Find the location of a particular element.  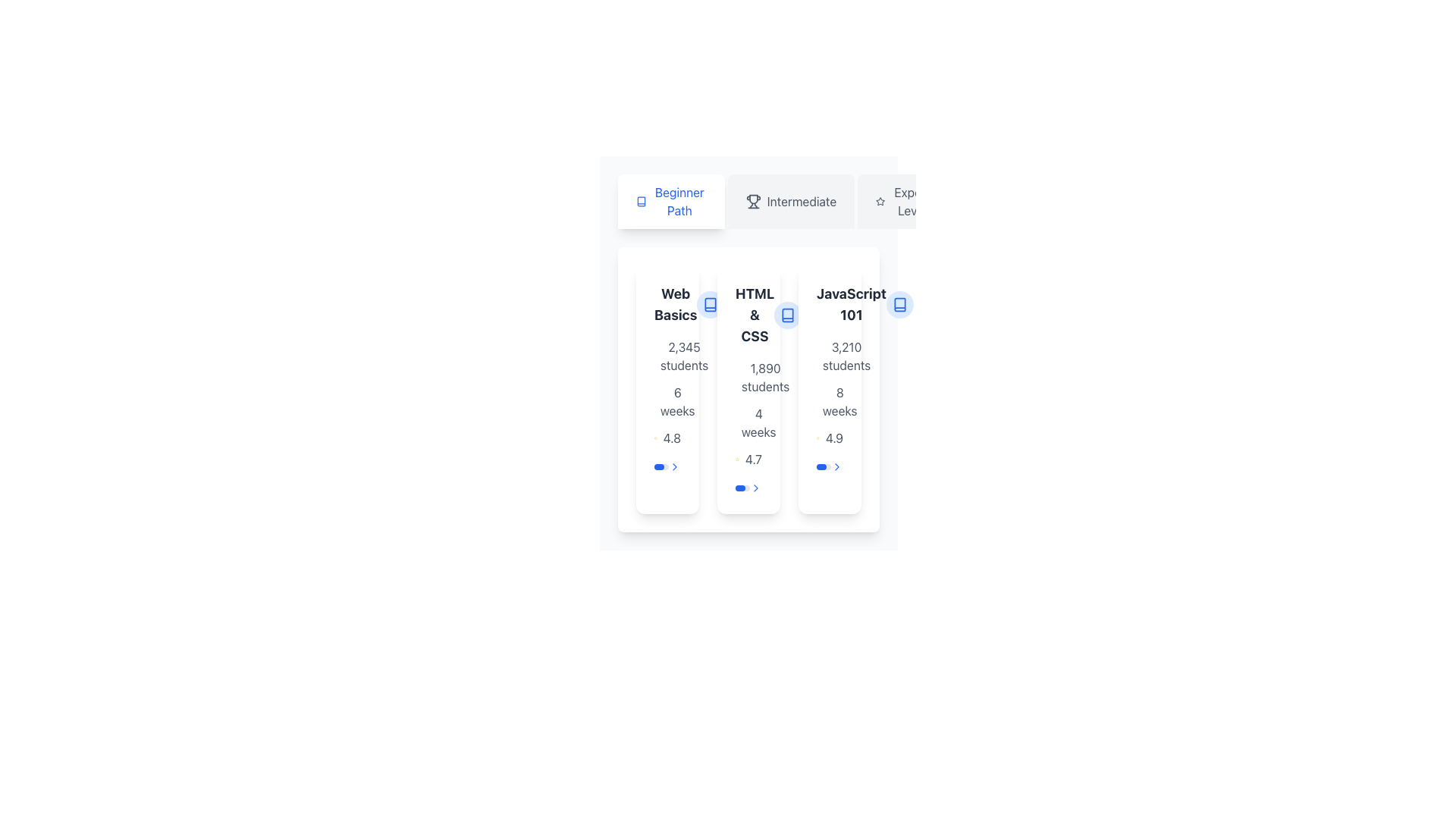

text from the Text label indicating the duration of the related course, which is positioned below '1,890 students' and above the rating indicator '4.7' is located at coordinates (748, 423).